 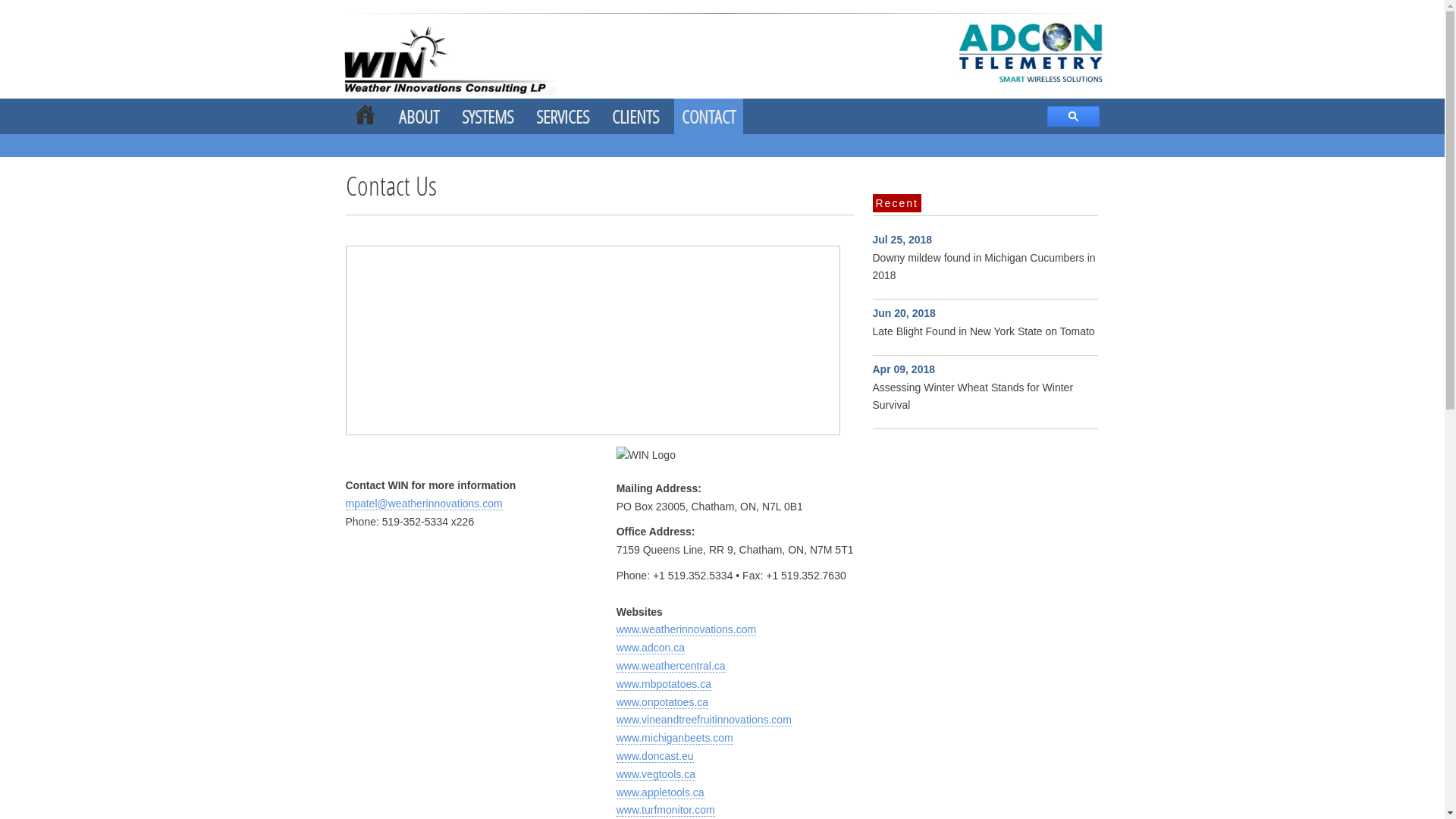 What do you see at coordinates (465, 58) in the screenshot?
I see `'adcon.ca'` at bounding box center [465, 58].